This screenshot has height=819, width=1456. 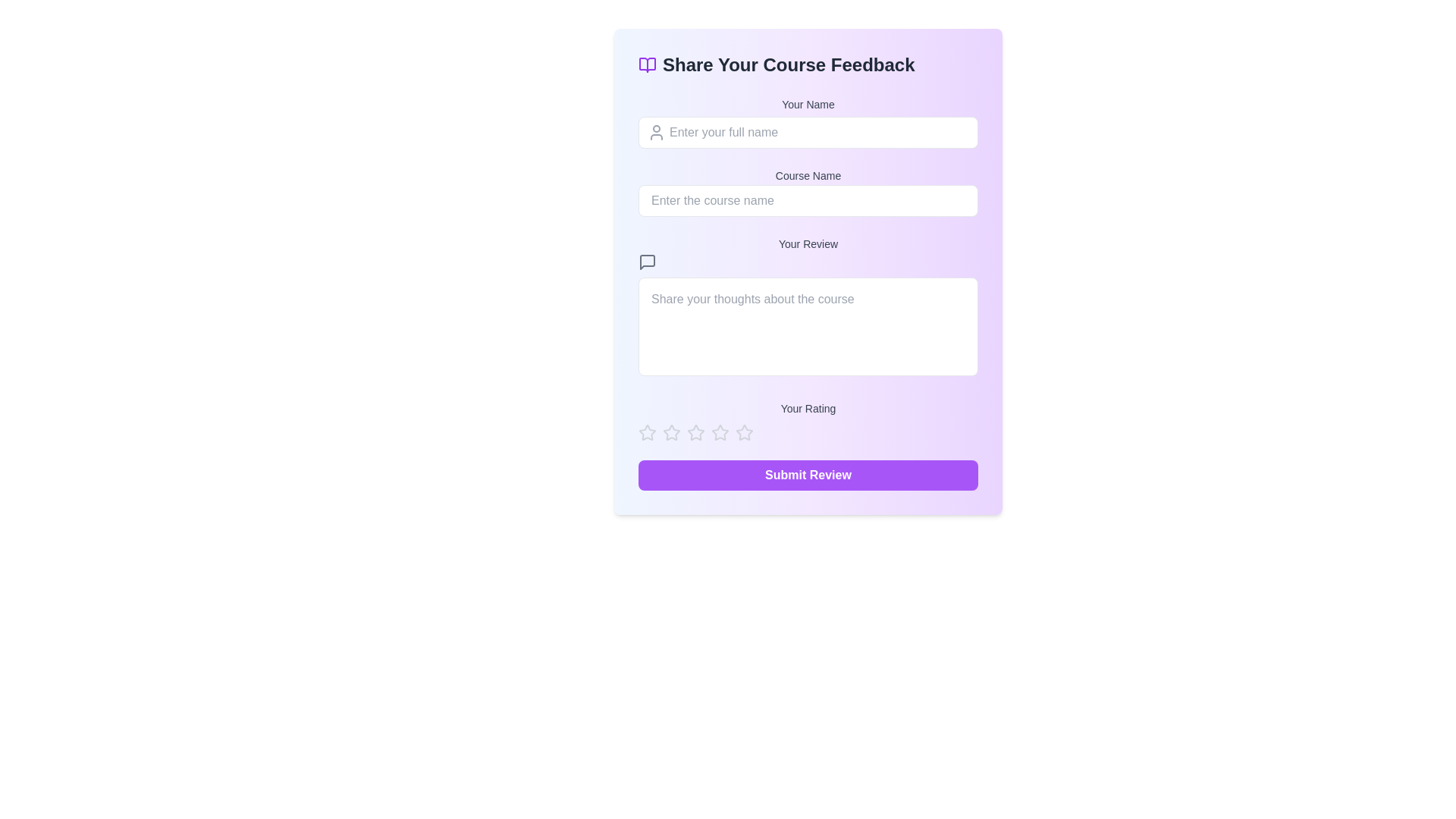 I want to click on the first star in the 'Your Rating' section, so click(x=671, y=432).